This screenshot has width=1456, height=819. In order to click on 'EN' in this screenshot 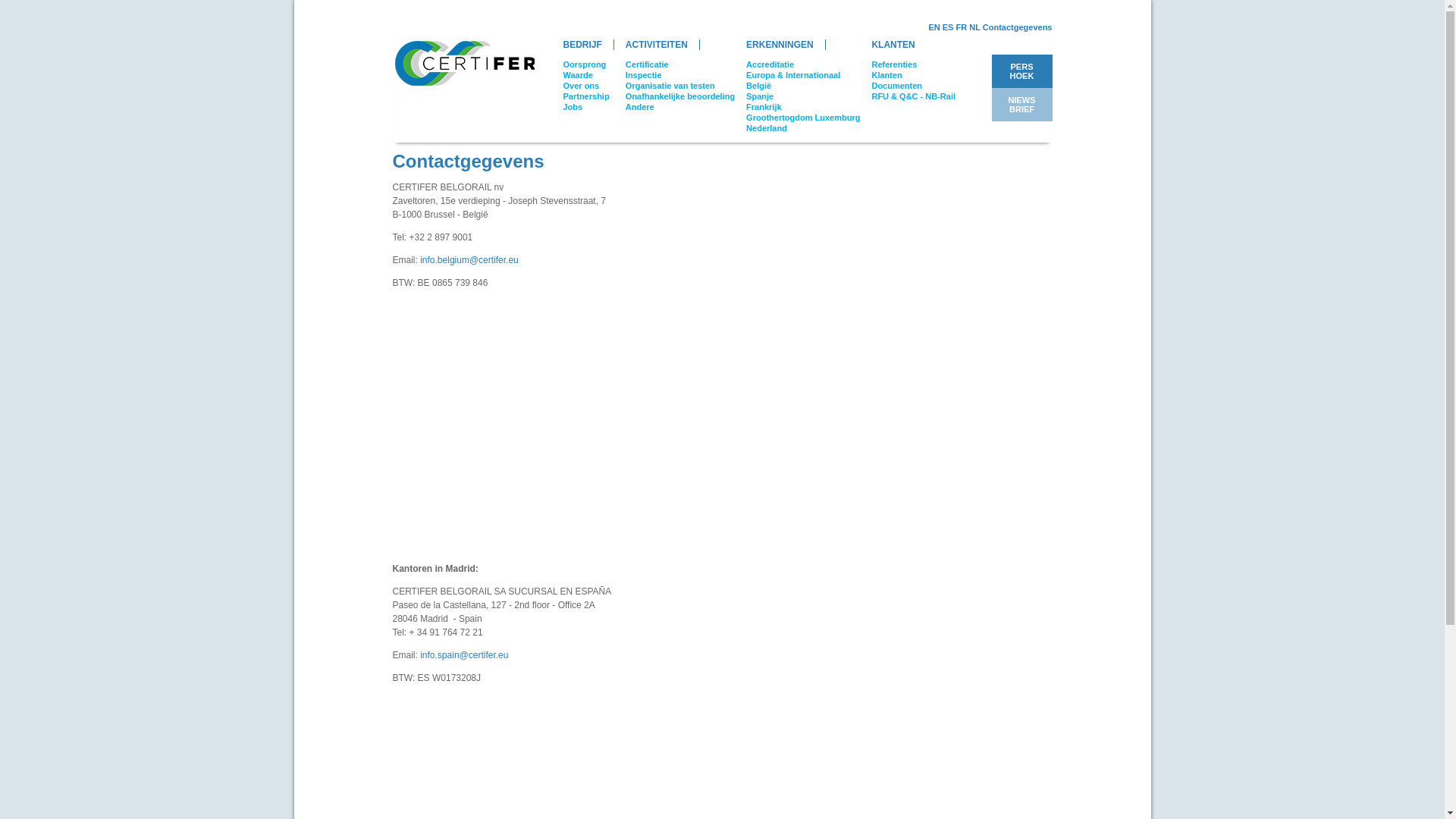, I will do `click(933, 27)`.